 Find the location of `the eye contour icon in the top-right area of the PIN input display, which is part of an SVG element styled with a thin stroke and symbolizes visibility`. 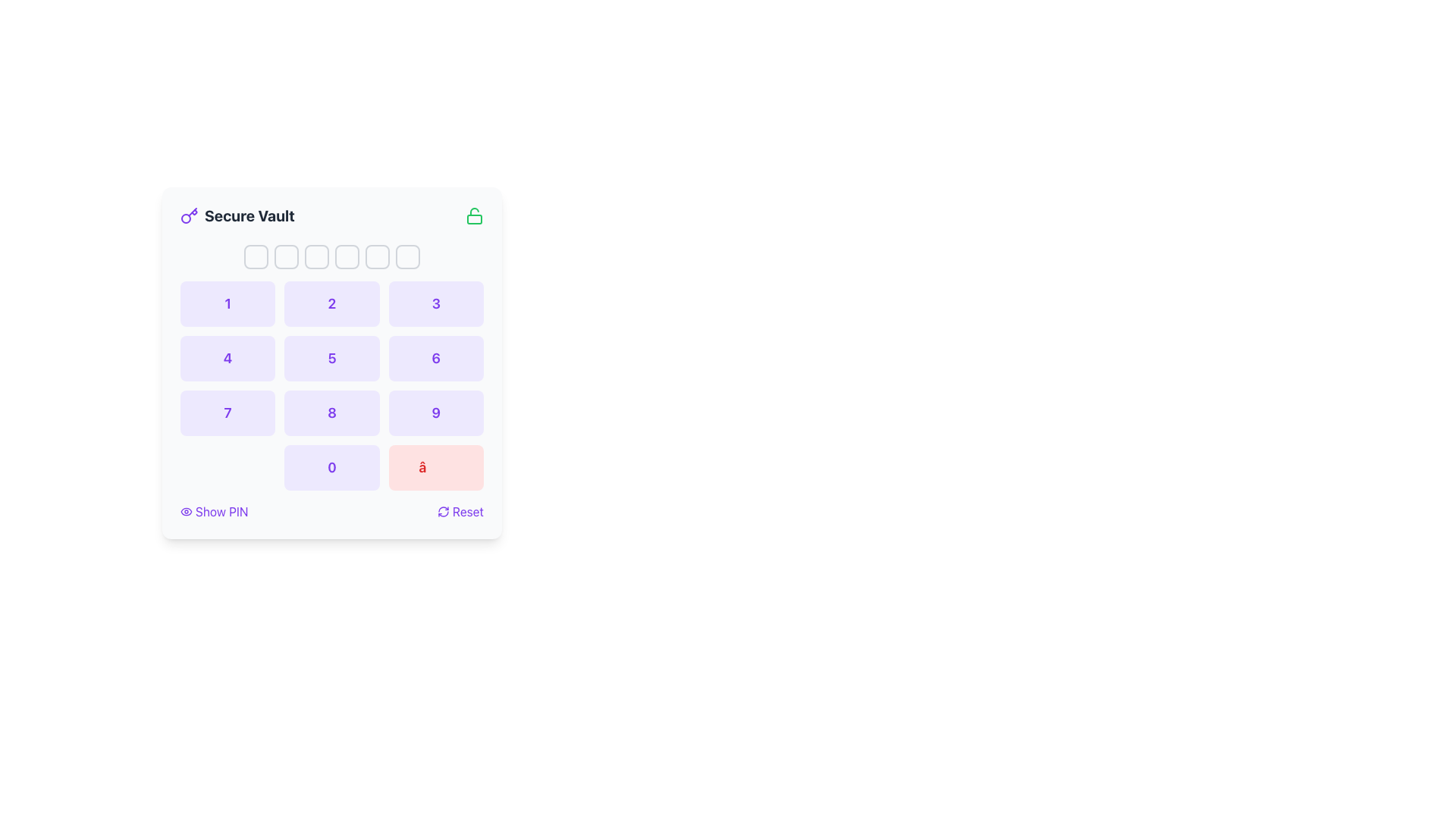

the eye contour icon in the top-right area of the PIN input display, which is part of an SVG element styled with a thin stroke and symbolizes visibility is located at coordinates (185, 512).